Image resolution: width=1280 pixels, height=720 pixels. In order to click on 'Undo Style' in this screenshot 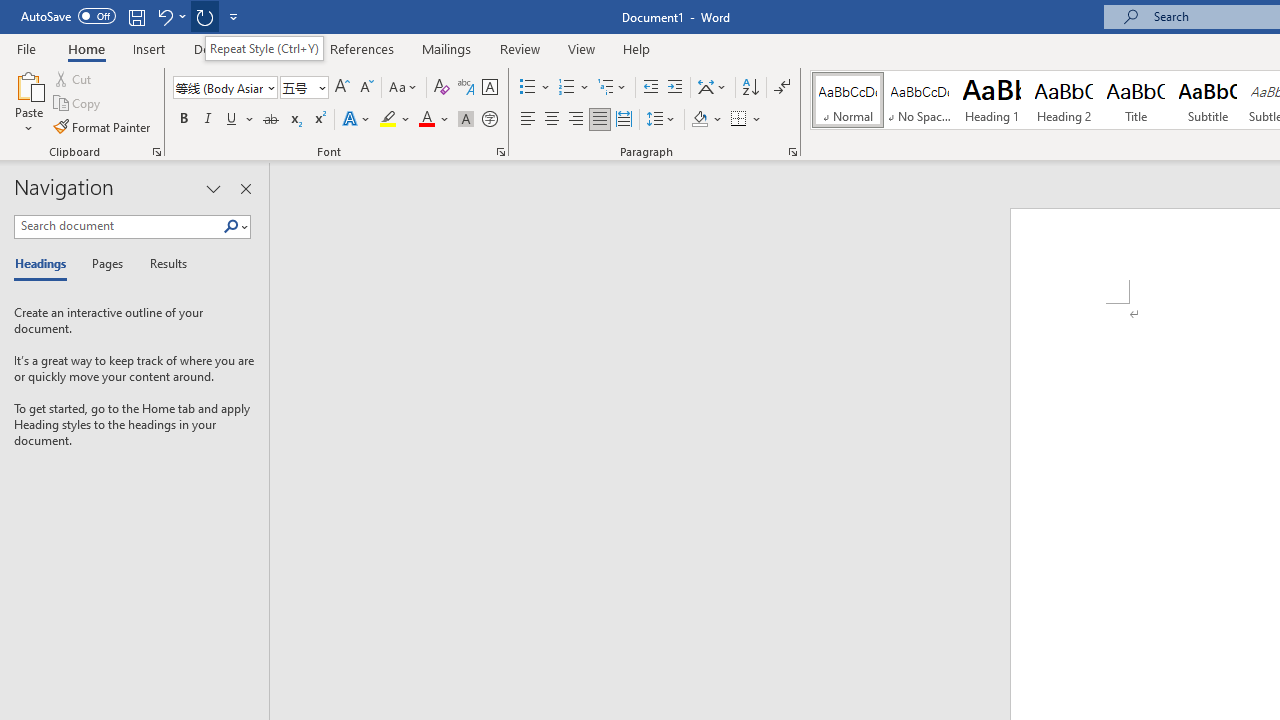, I will do `click(170, 16)`.